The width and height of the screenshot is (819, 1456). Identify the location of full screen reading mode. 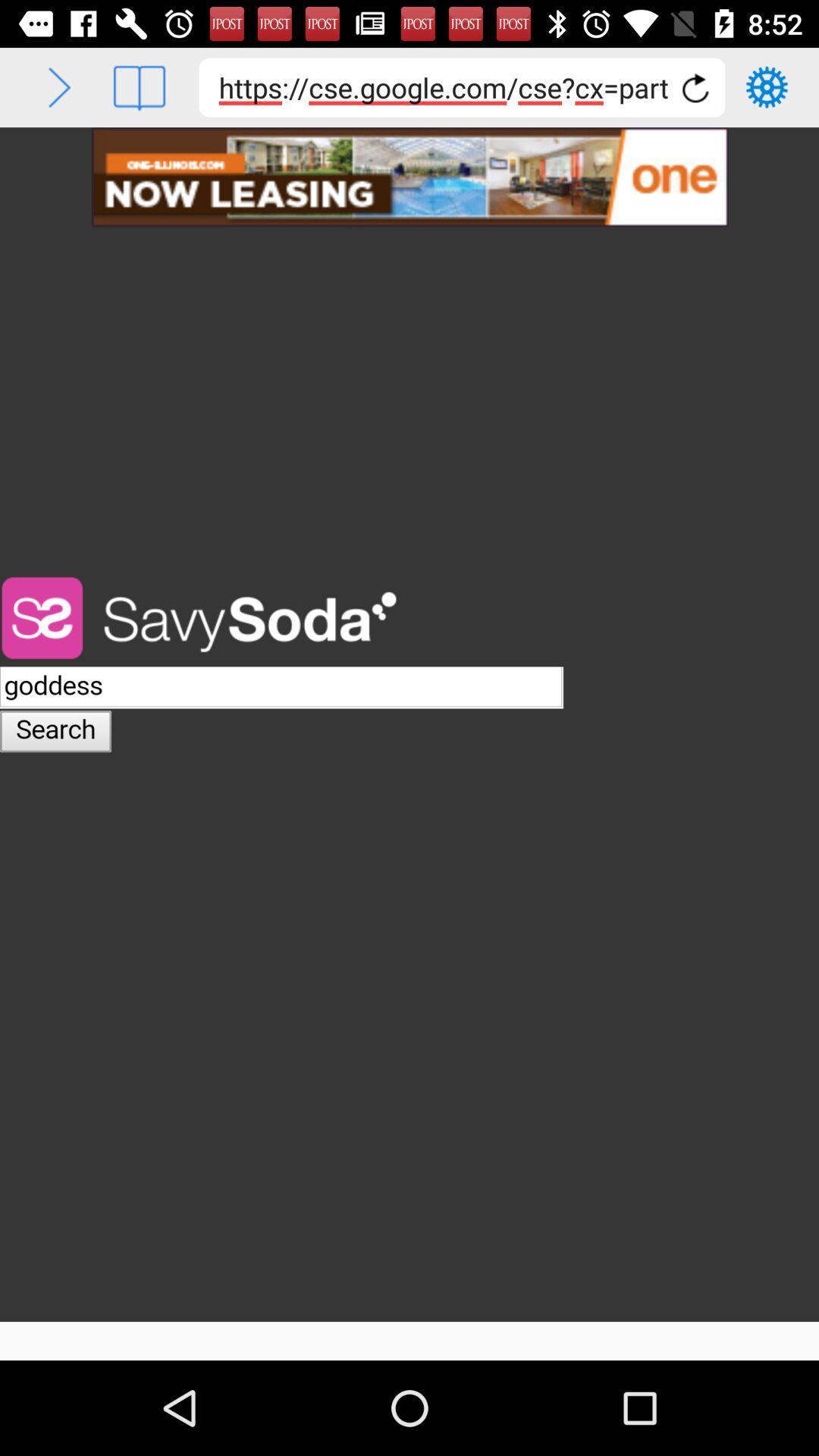
(139, 86).